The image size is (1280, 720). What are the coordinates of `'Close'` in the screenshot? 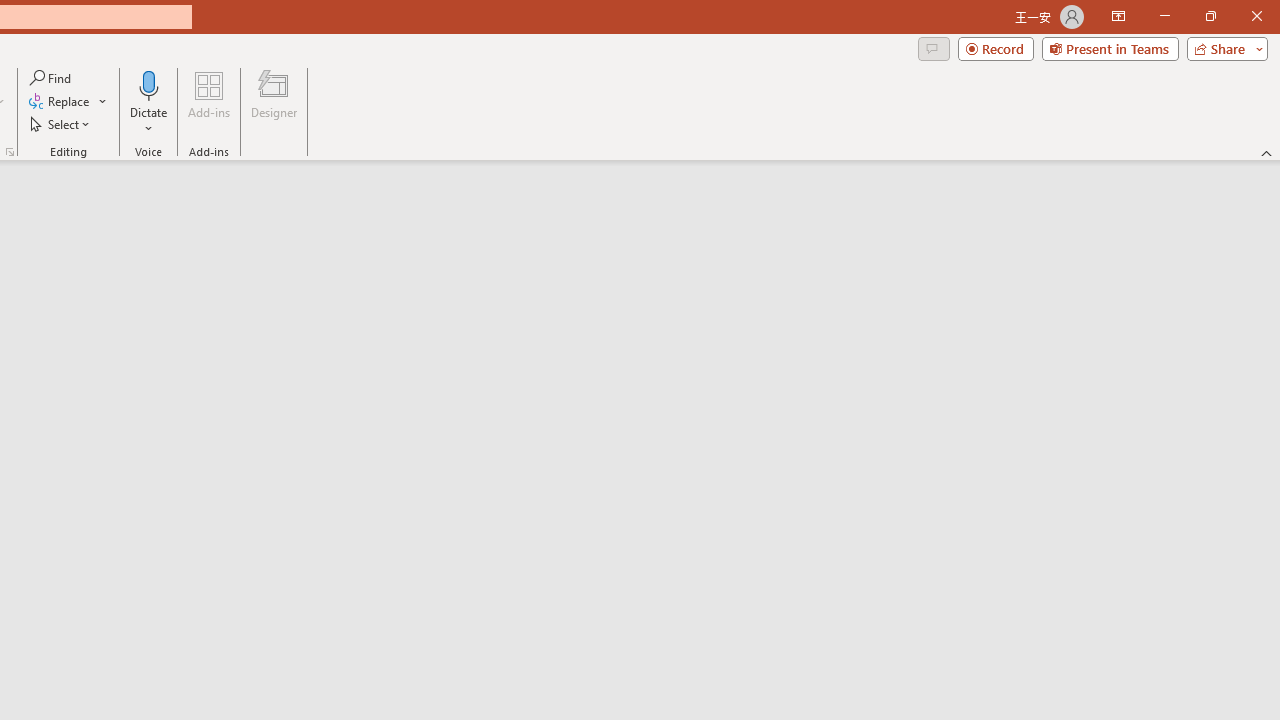 It's located at (1255, 16).